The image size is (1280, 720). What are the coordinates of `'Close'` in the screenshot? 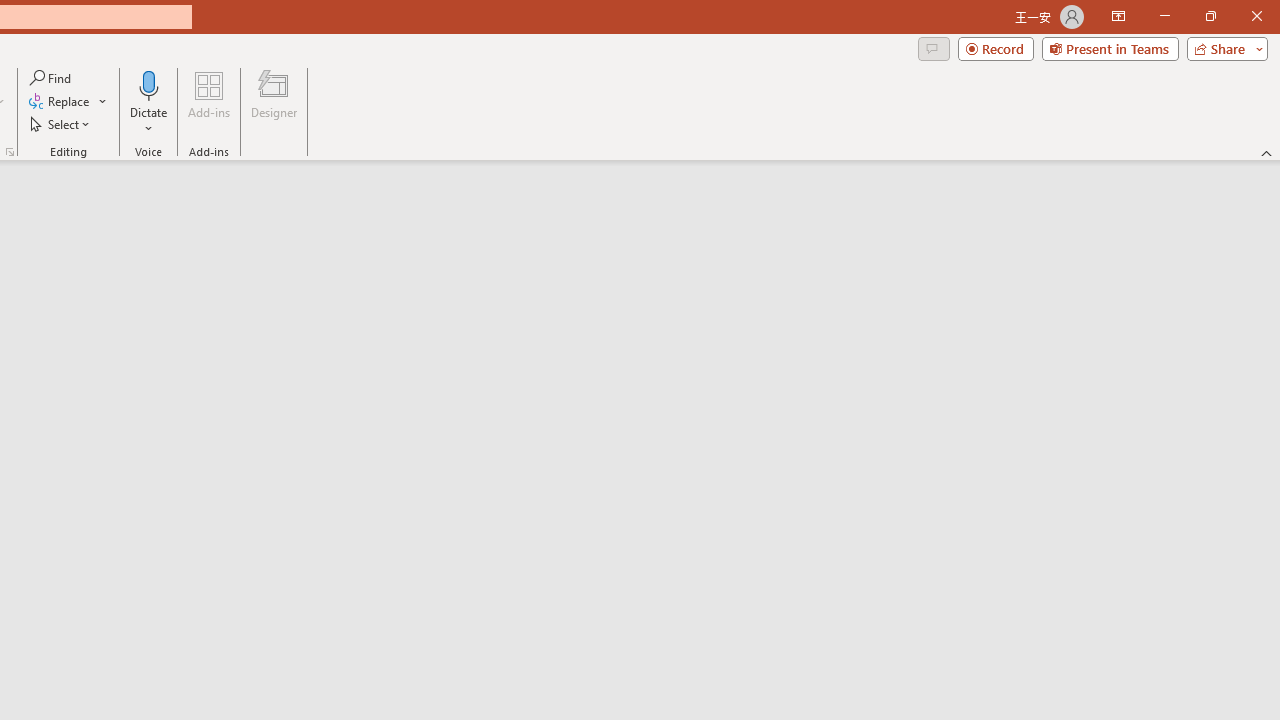 It's located at (1255, 16).